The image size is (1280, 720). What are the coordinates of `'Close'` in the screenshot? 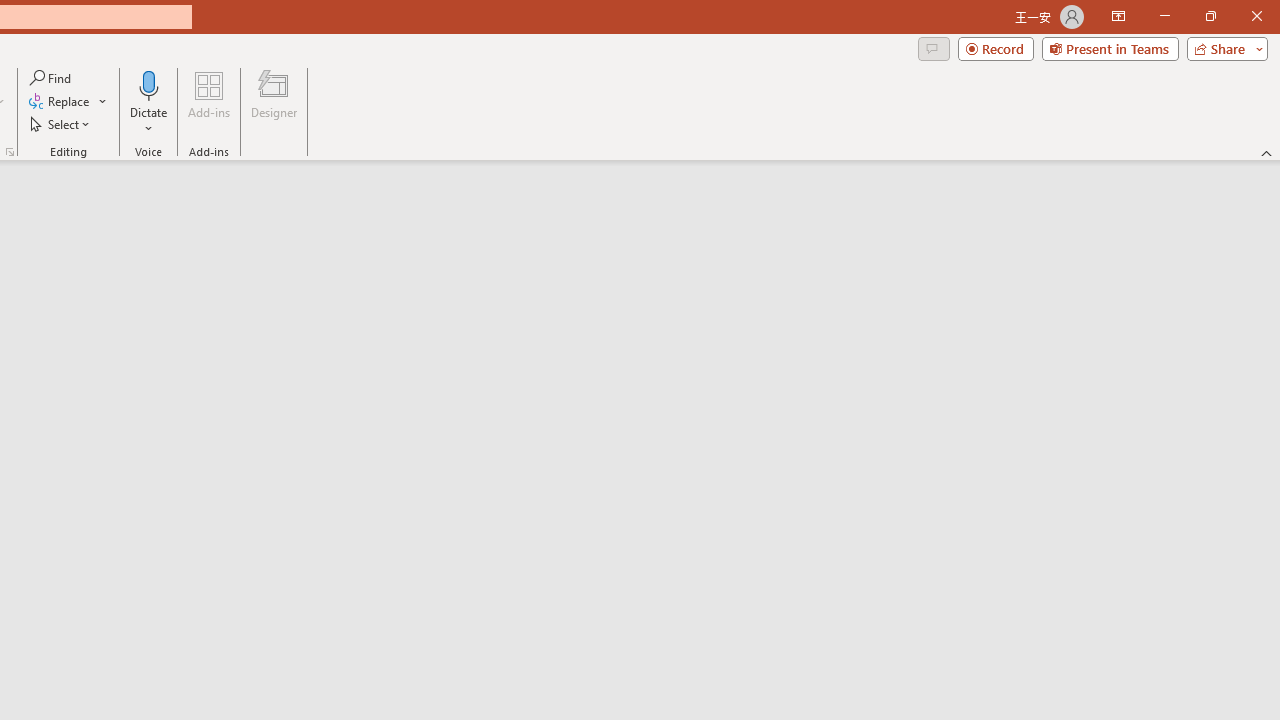 It's located at (1255, 16).